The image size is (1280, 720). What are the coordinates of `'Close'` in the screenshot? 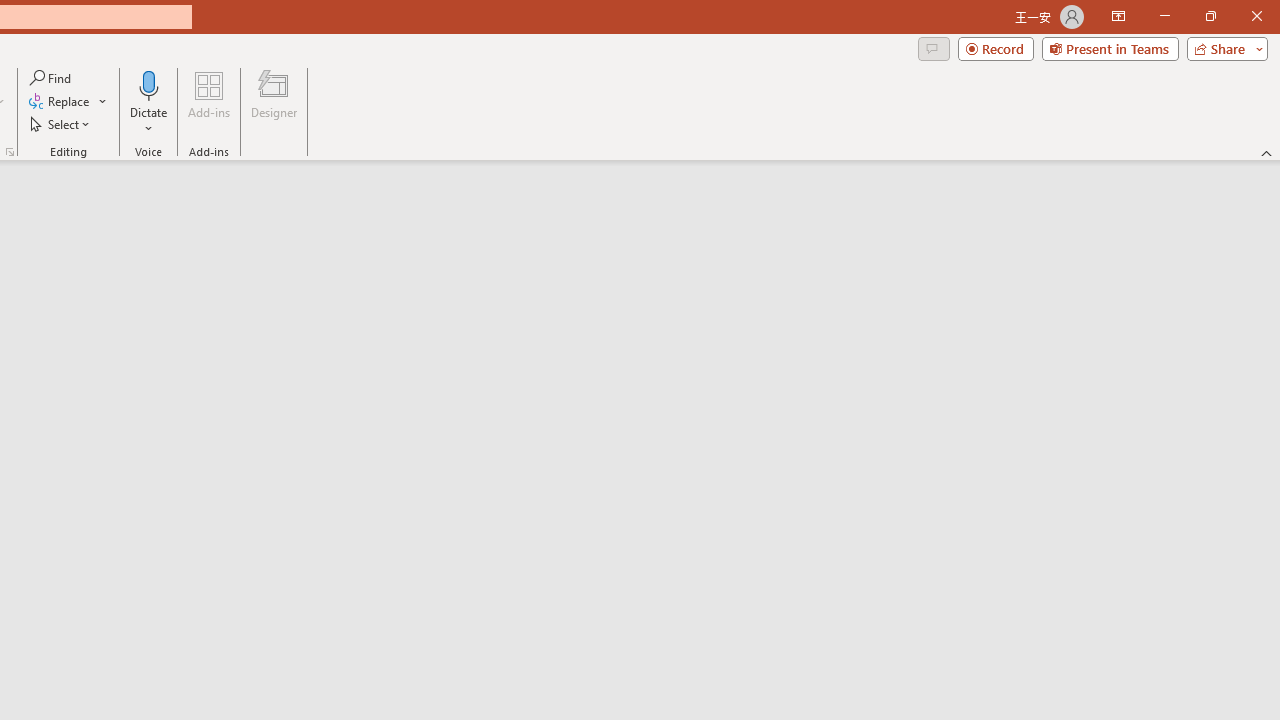 It's located at (1255, 16).